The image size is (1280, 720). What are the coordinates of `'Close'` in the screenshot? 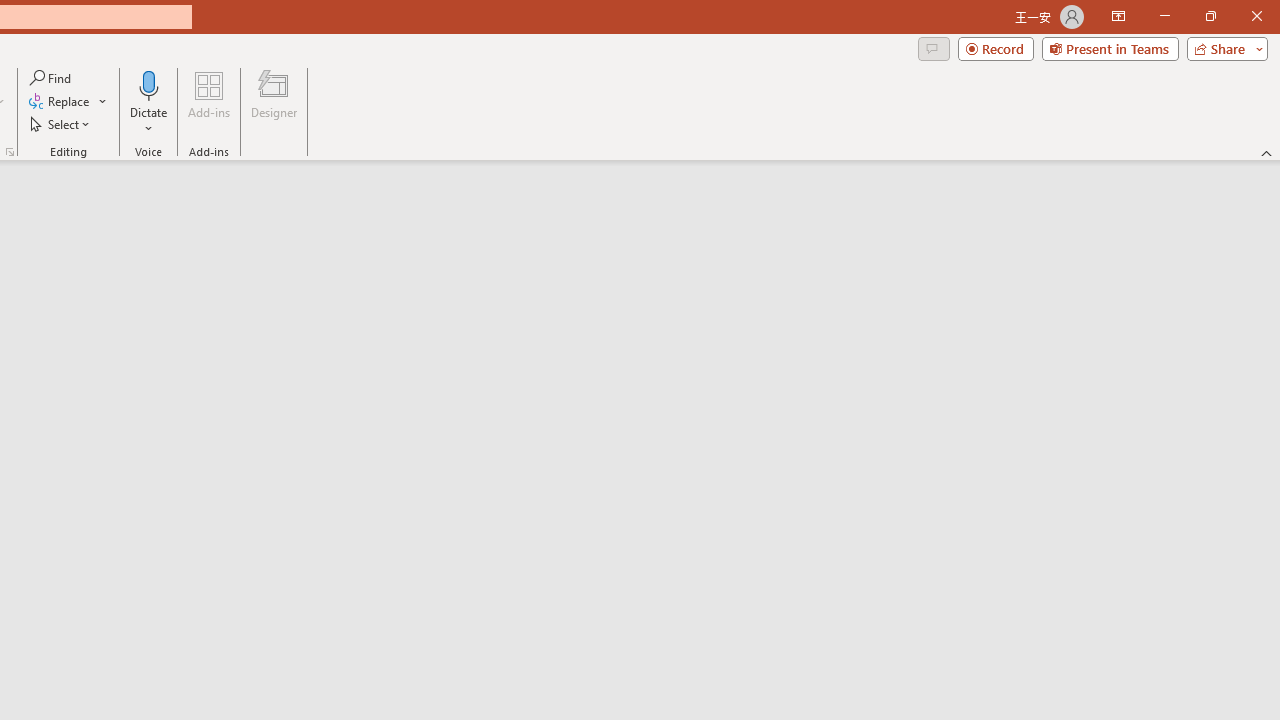 It's located at (1255, 16).